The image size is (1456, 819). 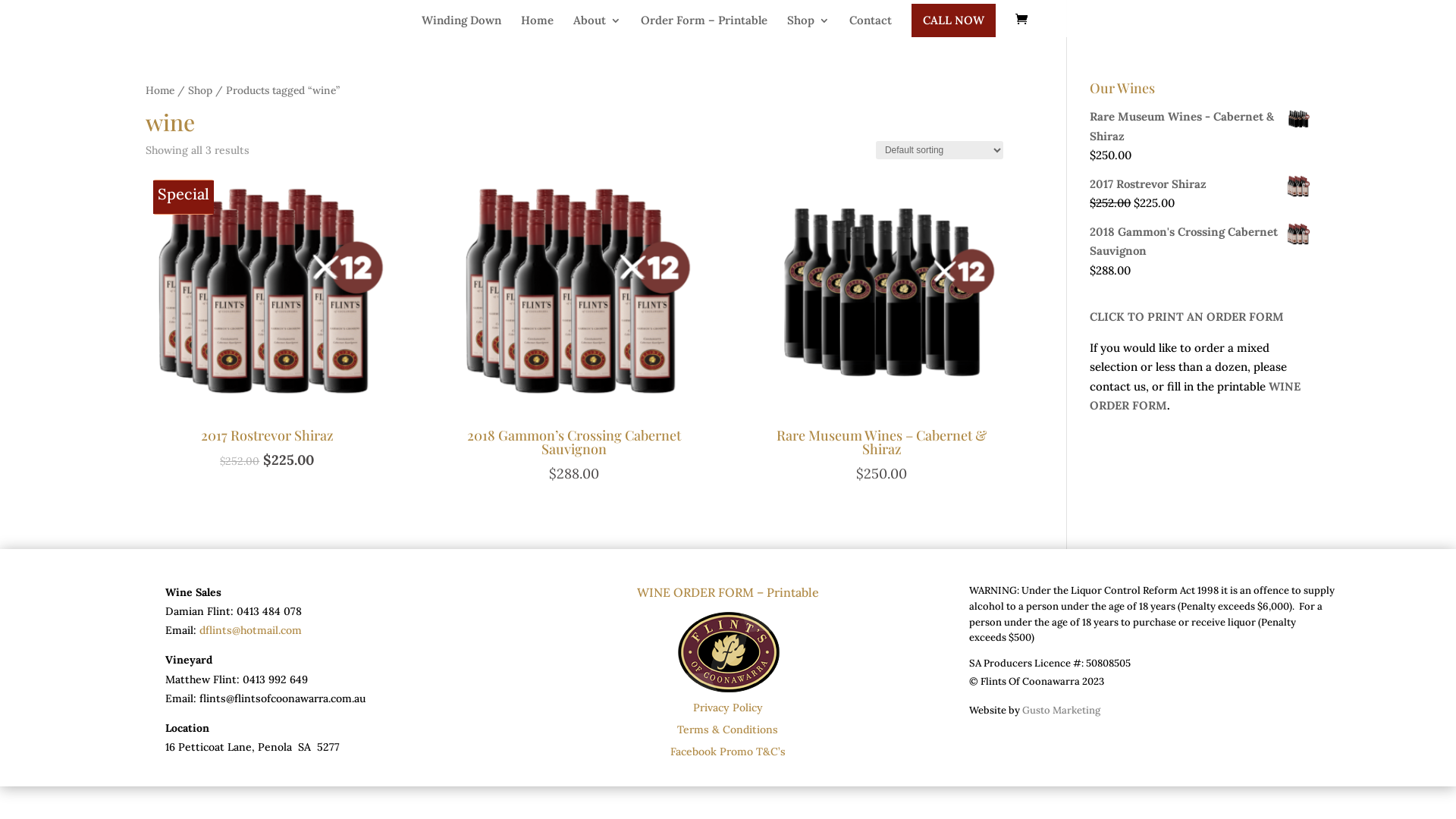 I want to click on 'CLICK TO PRINT AN ORDER FORM', so click(x=1185, y=315).